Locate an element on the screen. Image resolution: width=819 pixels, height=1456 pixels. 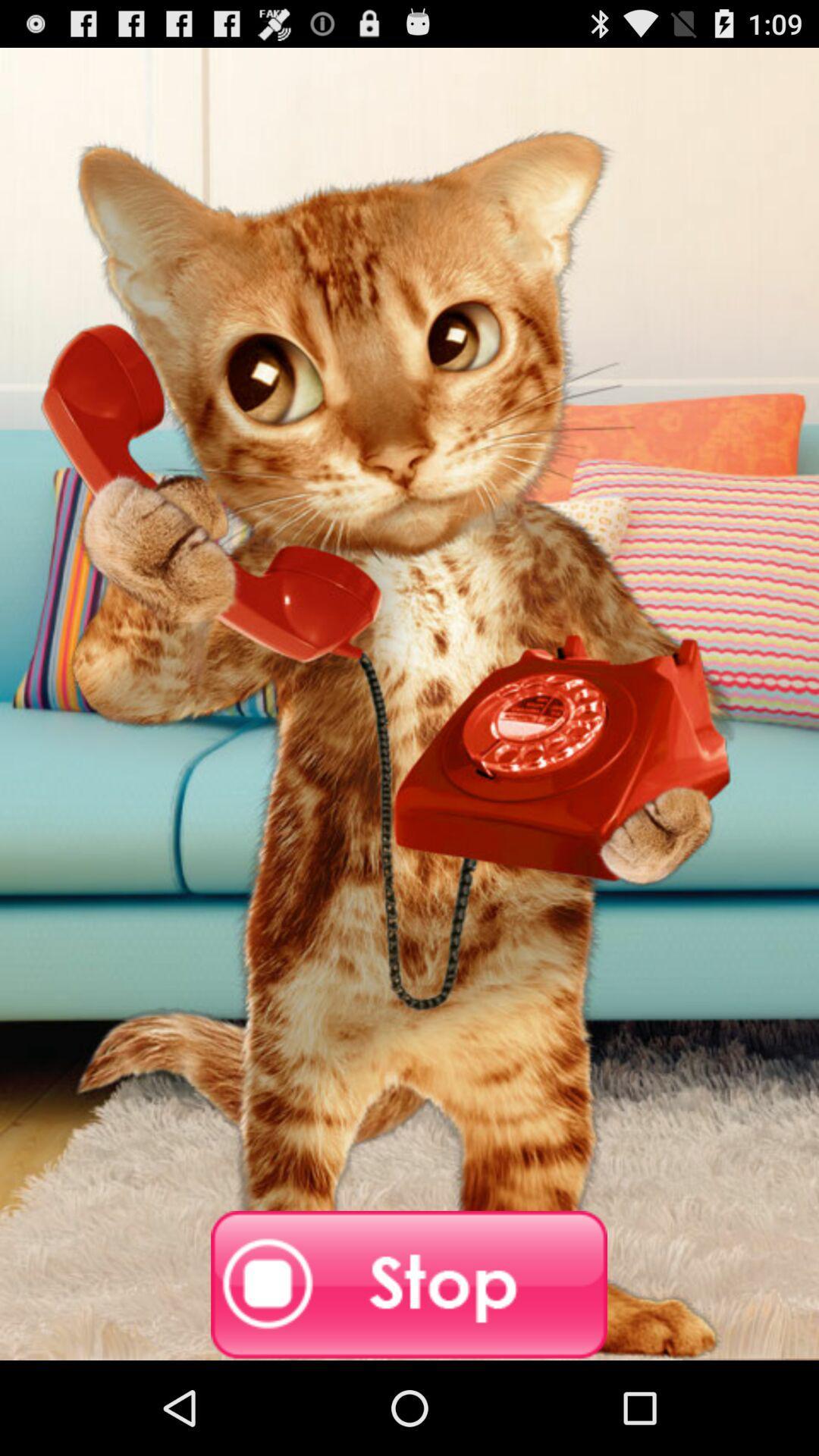
stop it is located at coordinates (408, 1285).